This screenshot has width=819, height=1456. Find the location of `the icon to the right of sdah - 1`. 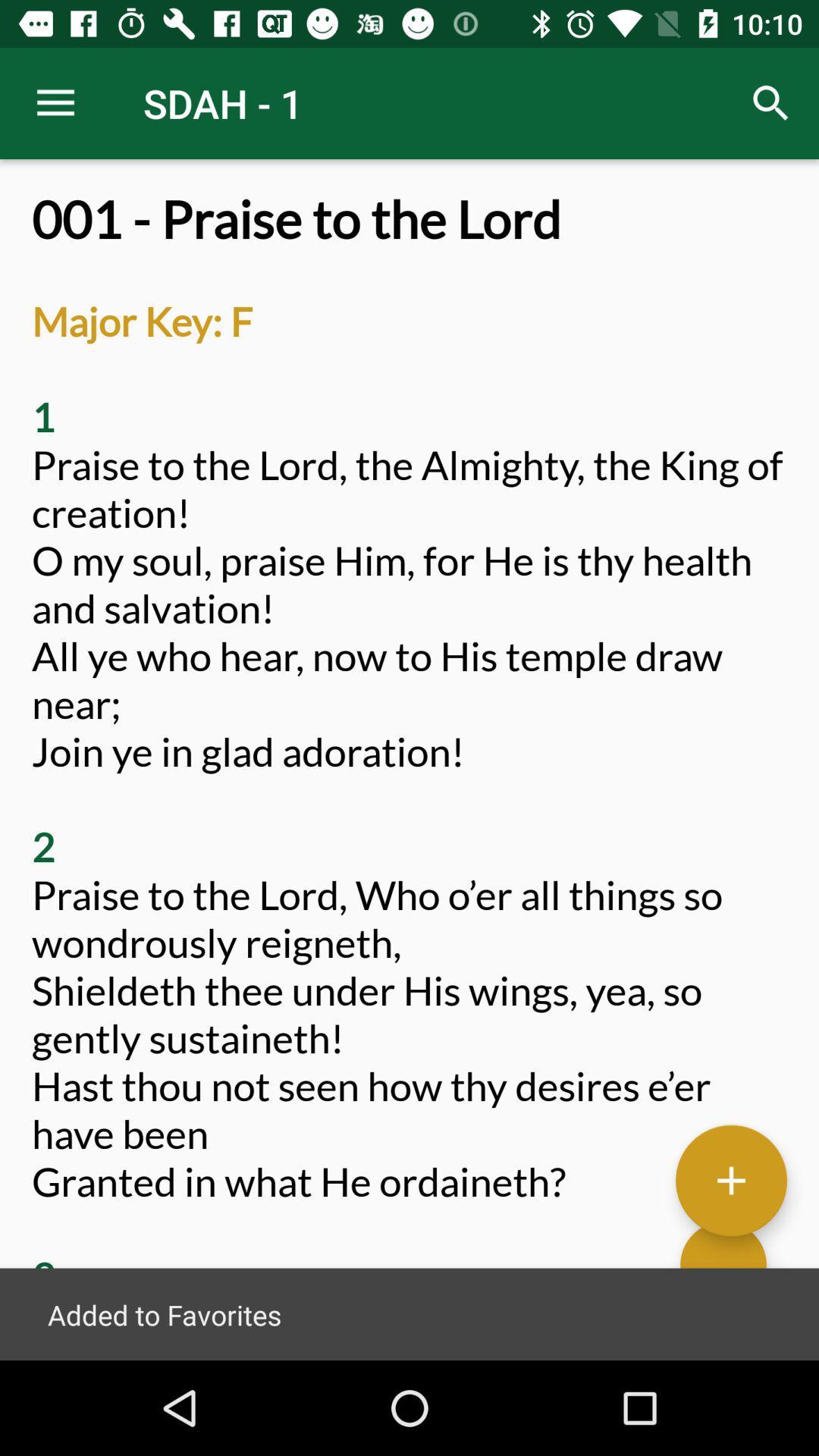

the icon to the right of sdah - 1 is located at coordinates (771, 102).